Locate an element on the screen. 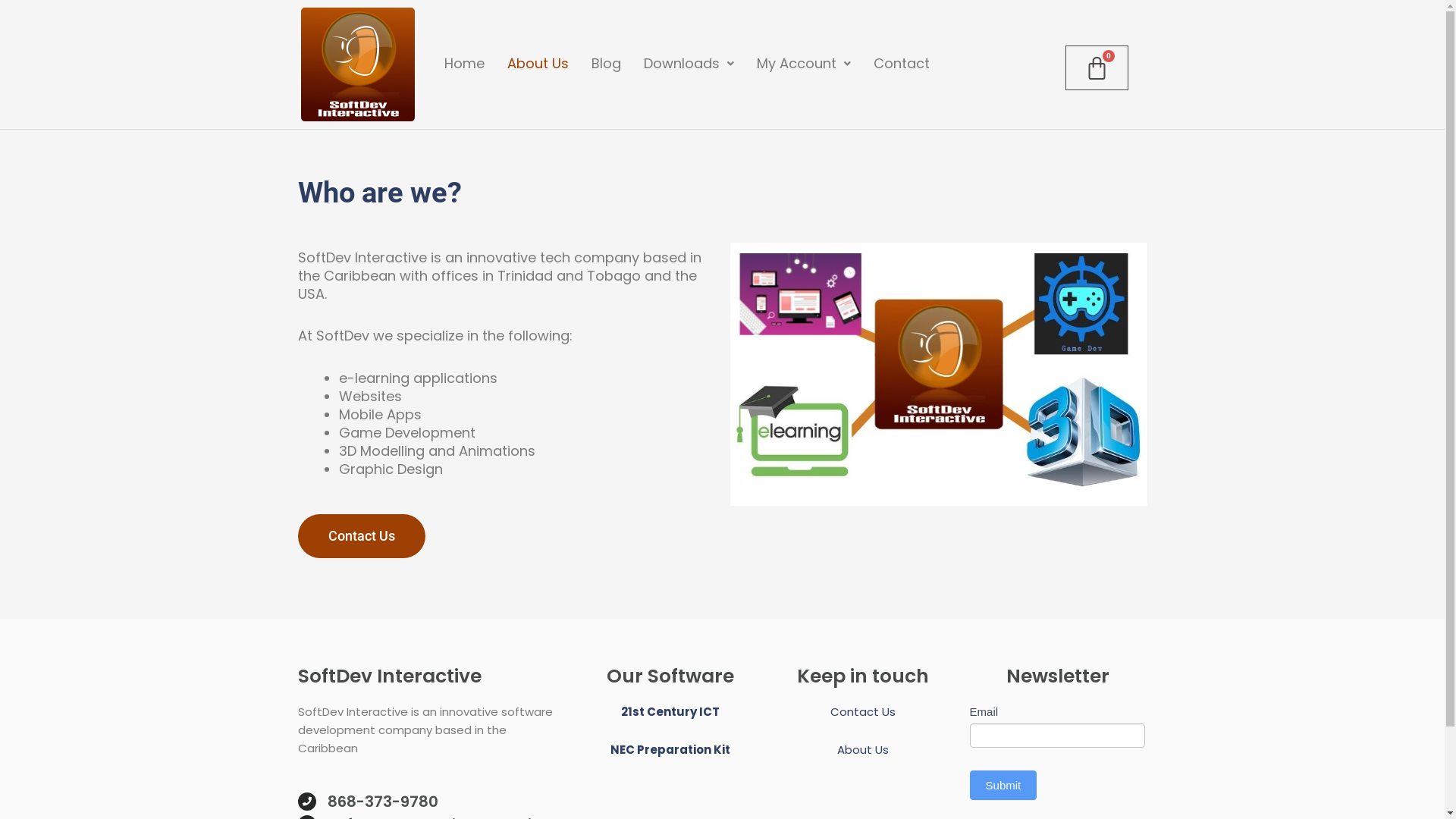 The width and height of the screenshot is (1456, 819). 'My Account' is located at coordinates (803, 63).